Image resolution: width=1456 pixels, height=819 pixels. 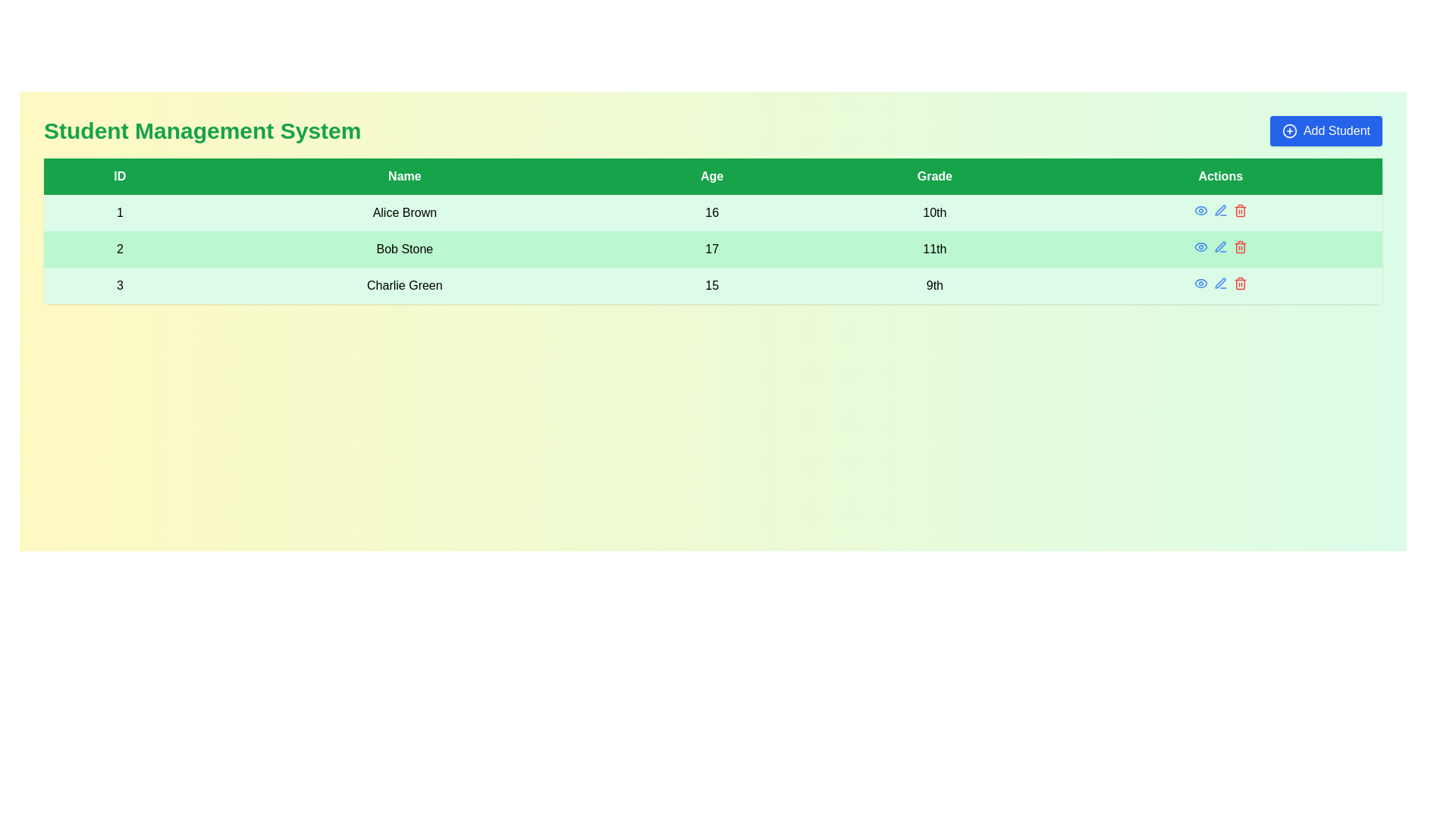 What do you see at coordinates (404, 213) in the screenshot?
I see `information displayed in the Text label showing 'Alice Brown' located in the second column of the first row of the table under the 'Name' column` at bounding box center [404, 213].